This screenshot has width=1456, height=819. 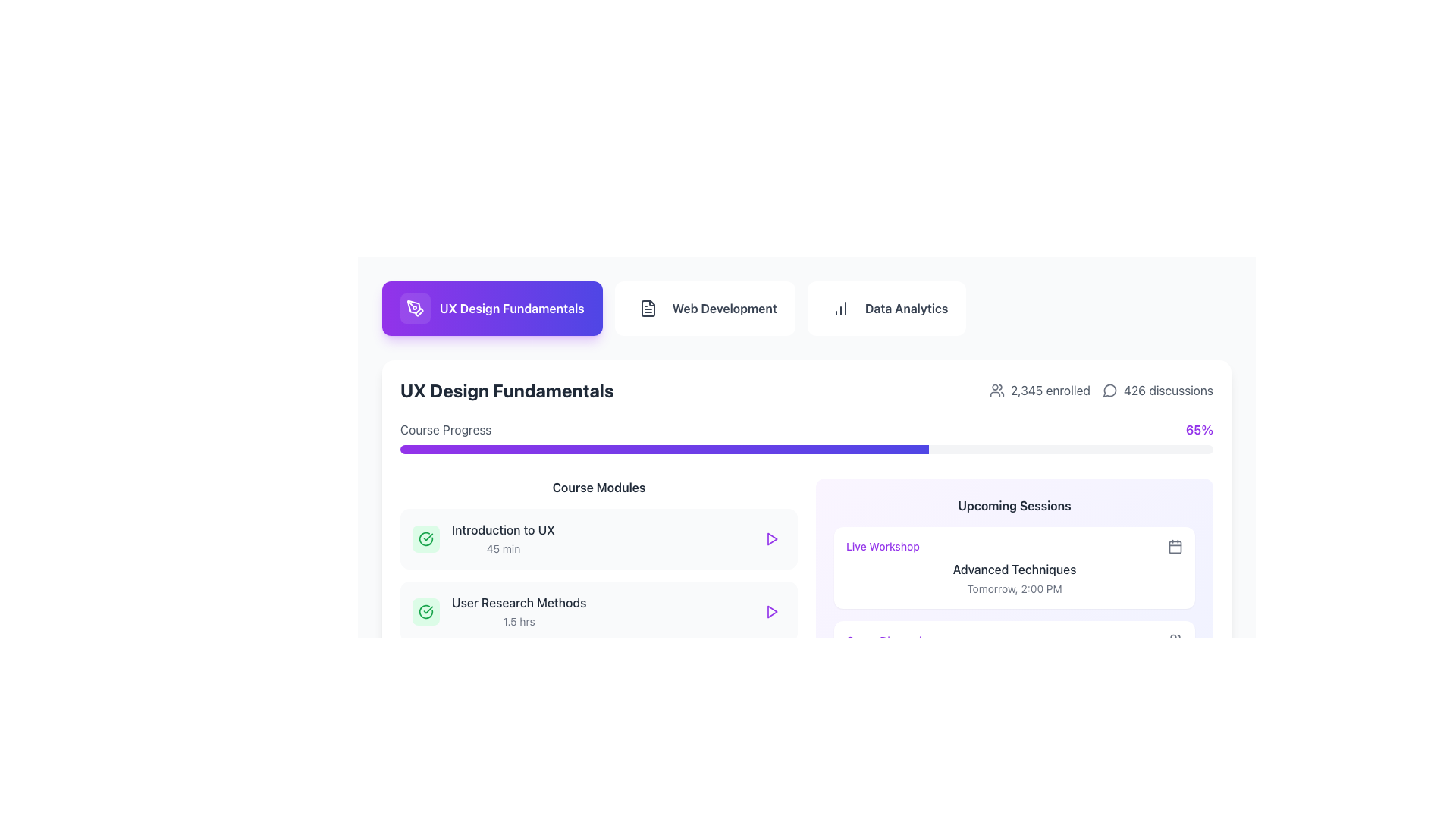 I want to click on text label displaying 'UX Design Fundamentals' located in the center-right area of a rounded rectangular button within the navigation header, so click(x=512, y=308).